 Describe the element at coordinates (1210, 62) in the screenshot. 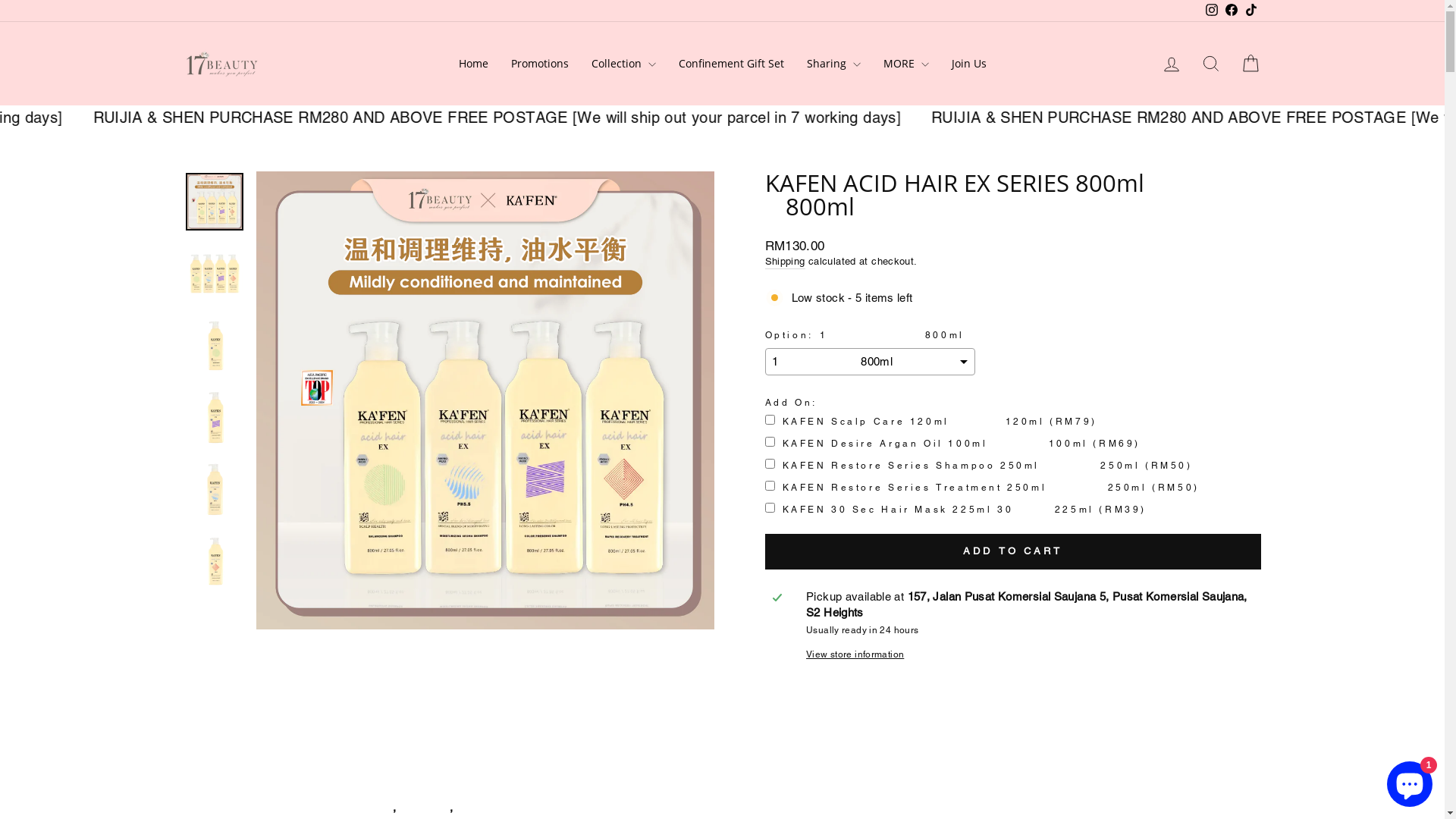

I see `'icon-search` at that location.